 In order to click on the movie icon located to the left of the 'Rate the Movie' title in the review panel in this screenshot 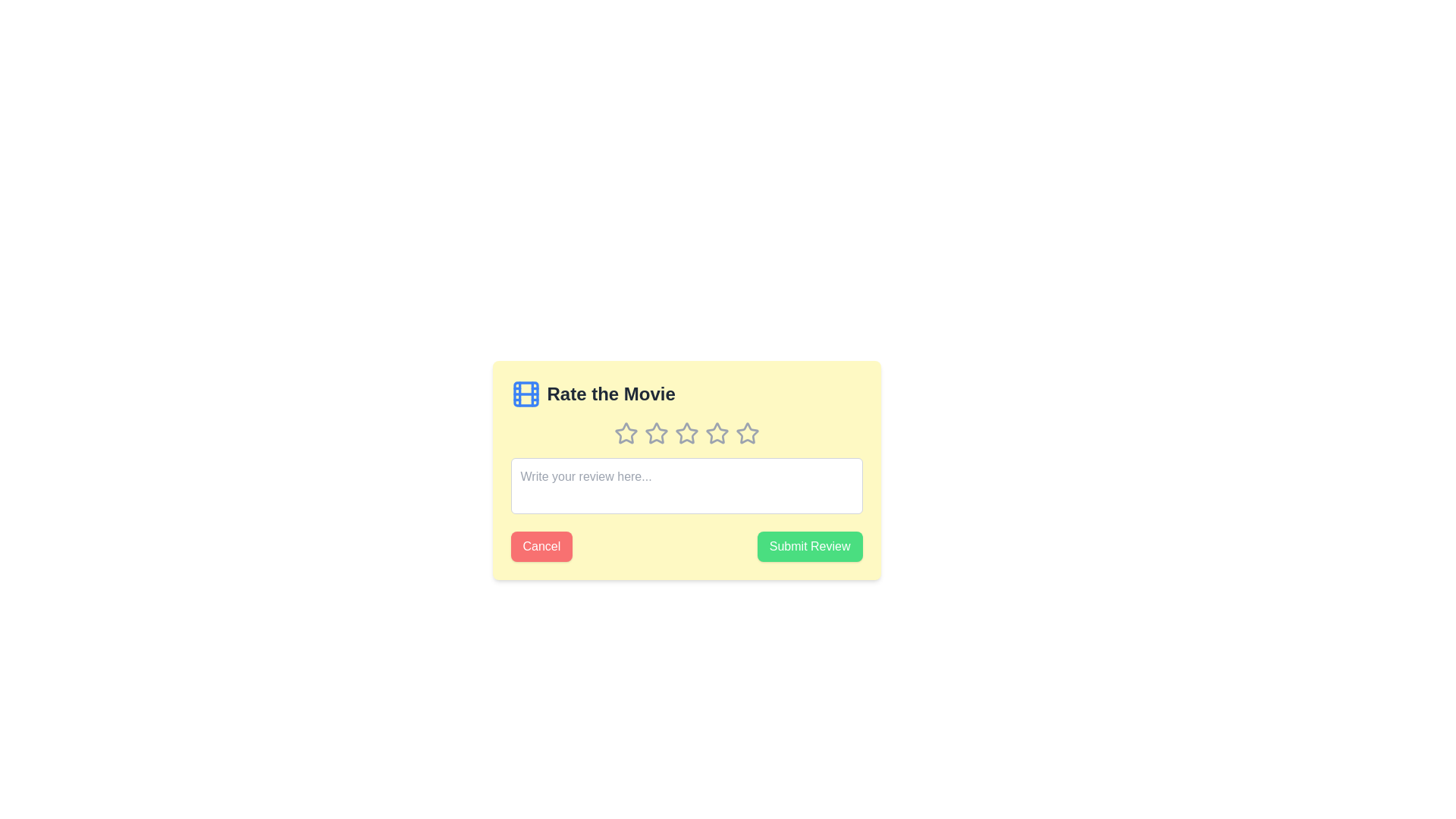, I will do `click(526, 394)`.